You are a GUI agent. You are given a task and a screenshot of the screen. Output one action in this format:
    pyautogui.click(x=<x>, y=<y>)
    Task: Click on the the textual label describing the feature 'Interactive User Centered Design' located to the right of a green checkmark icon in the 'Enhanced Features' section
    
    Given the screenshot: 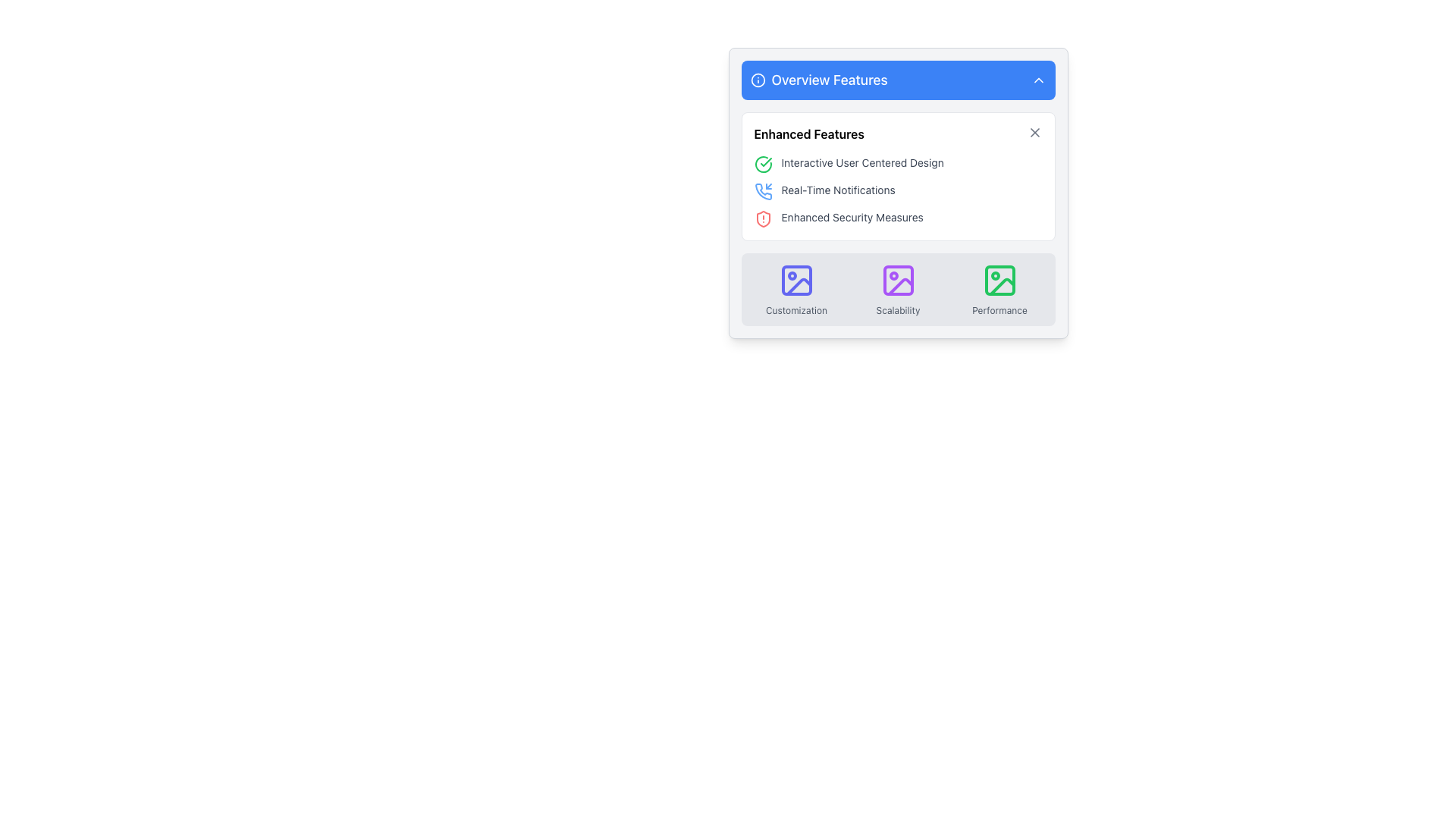 What is the action you would take?
    pyautogui.click(x=862, y=163)
    